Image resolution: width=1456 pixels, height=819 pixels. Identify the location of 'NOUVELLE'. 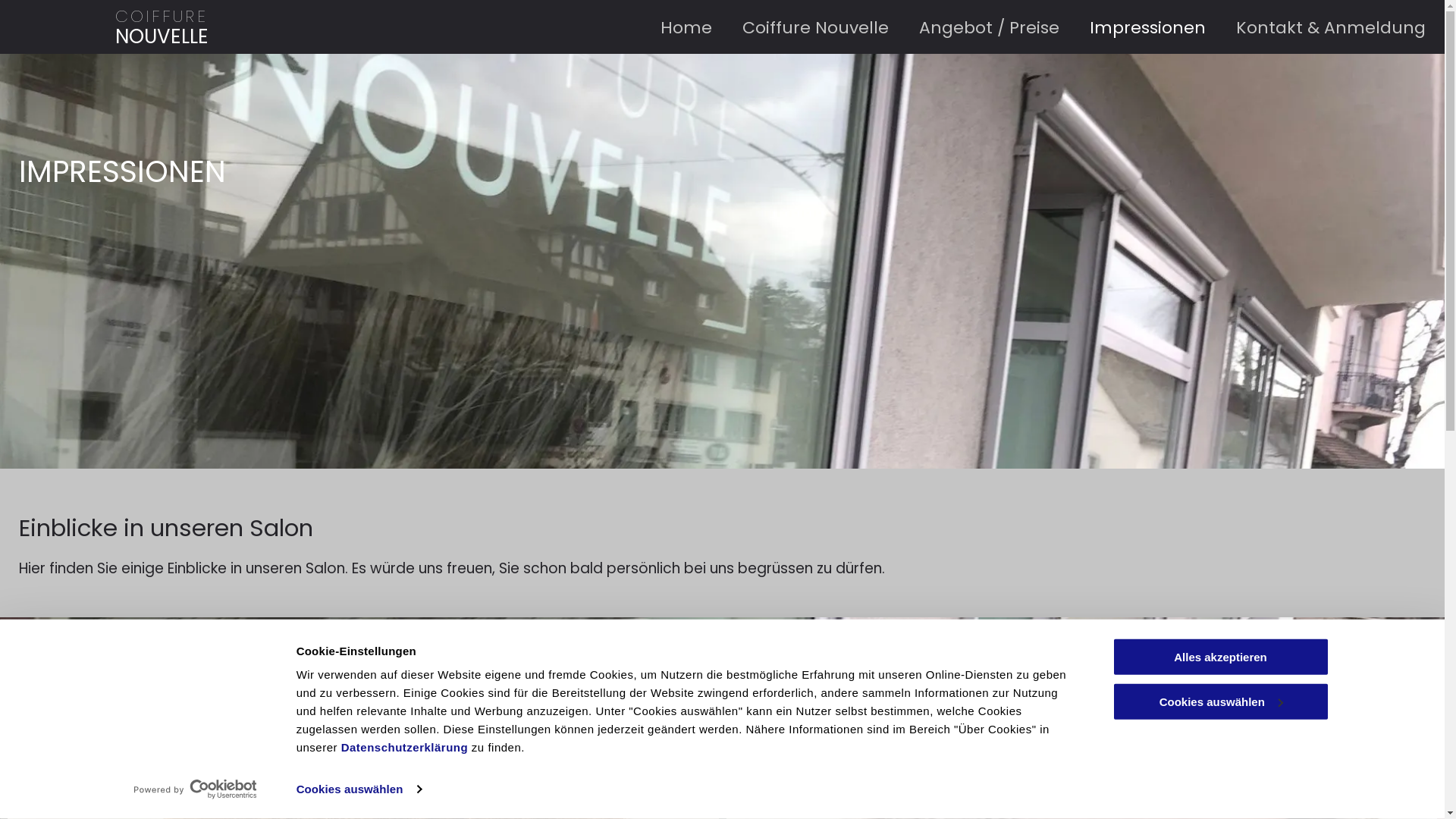
(115, 35).